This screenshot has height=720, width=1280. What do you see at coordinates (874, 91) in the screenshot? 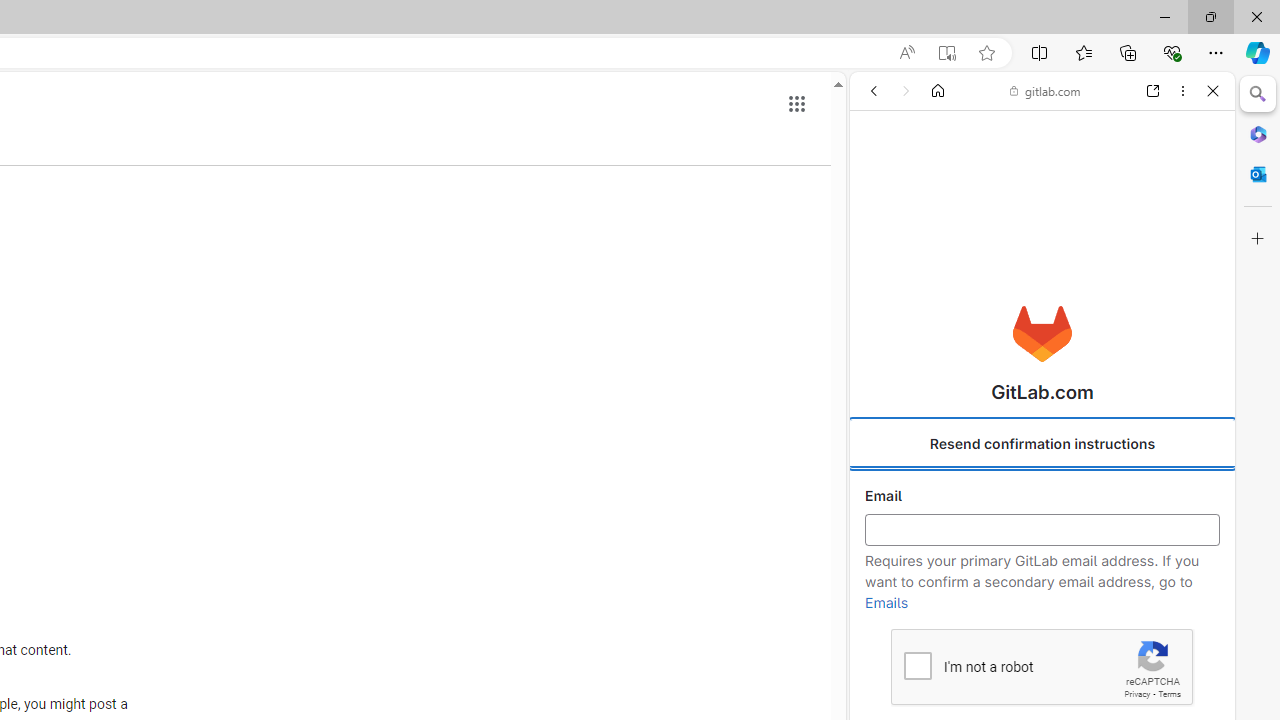
I see `'Back'` at bounding box center [874, 91].